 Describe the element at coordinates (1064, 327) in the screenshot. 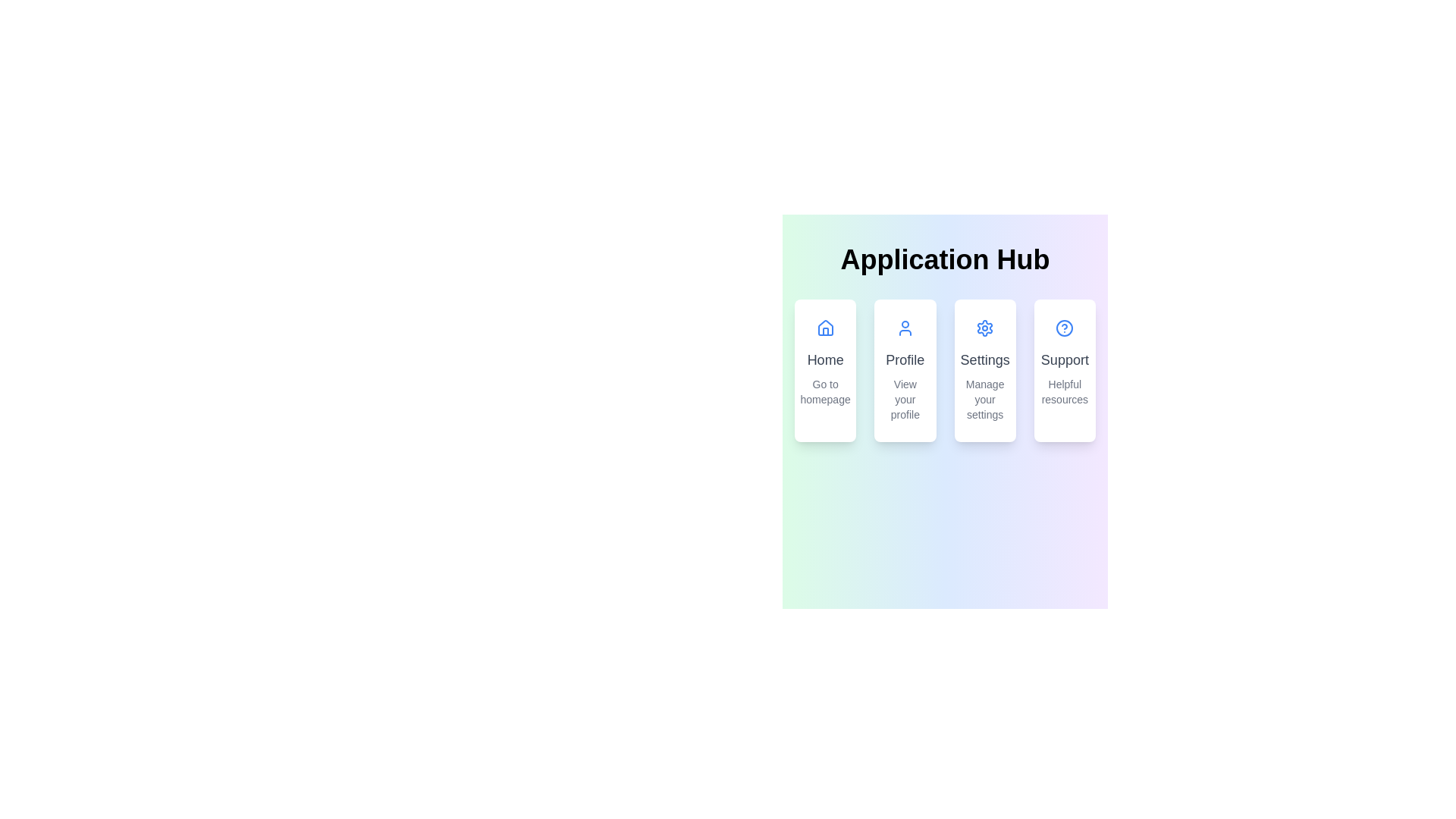

I see `the help icon located at the top of the 'Support' card, positioned above the text 'Support' and 'Helpful resources'` at that location.